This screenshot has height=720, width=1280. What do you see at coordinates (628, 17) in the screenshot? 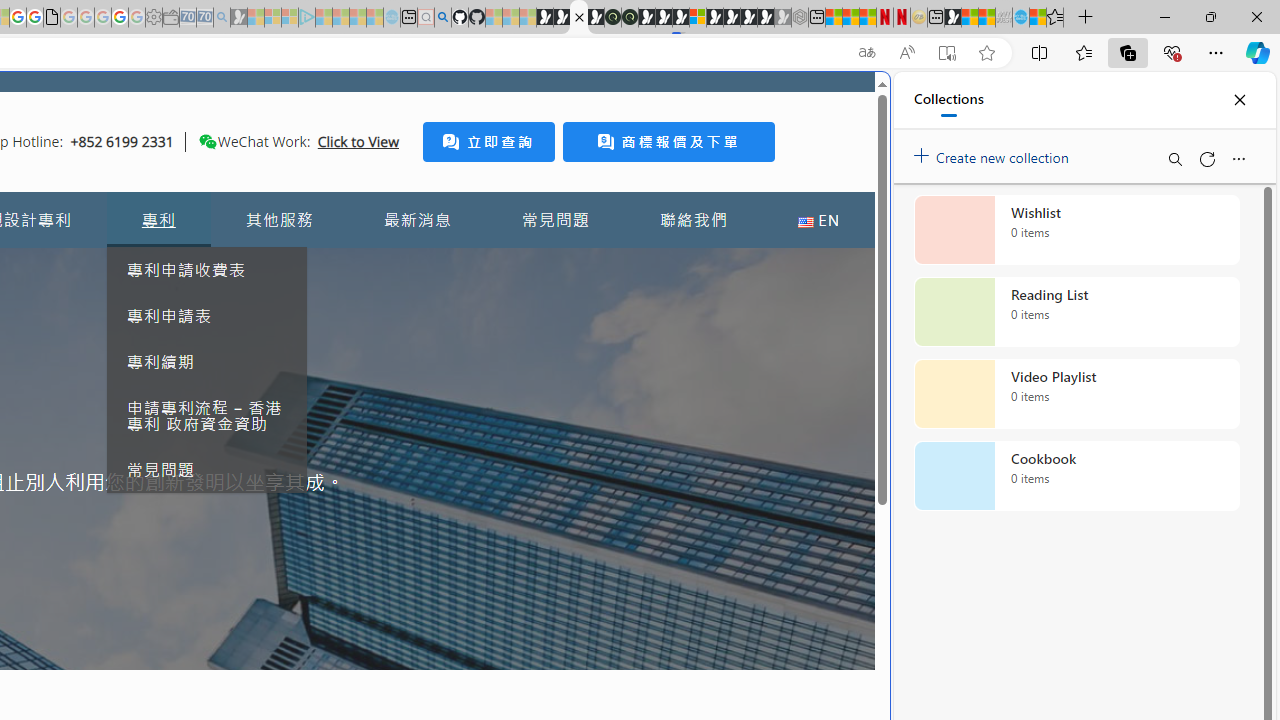
I see `'Future Focus Report 2024'` at bounding box center [628, 17].